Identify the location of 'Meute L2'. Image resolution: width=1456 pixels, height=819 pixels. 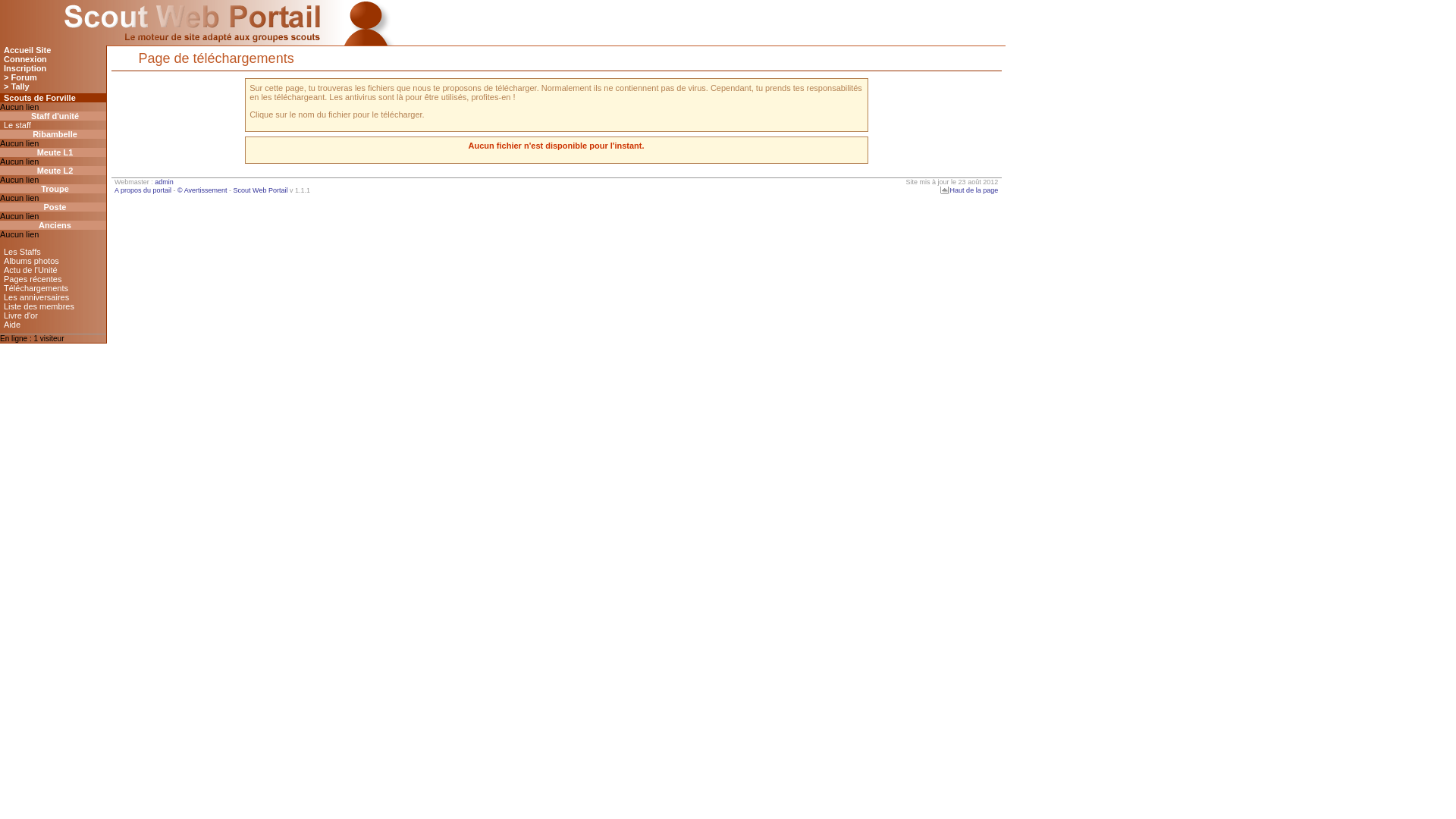
(53, 170).